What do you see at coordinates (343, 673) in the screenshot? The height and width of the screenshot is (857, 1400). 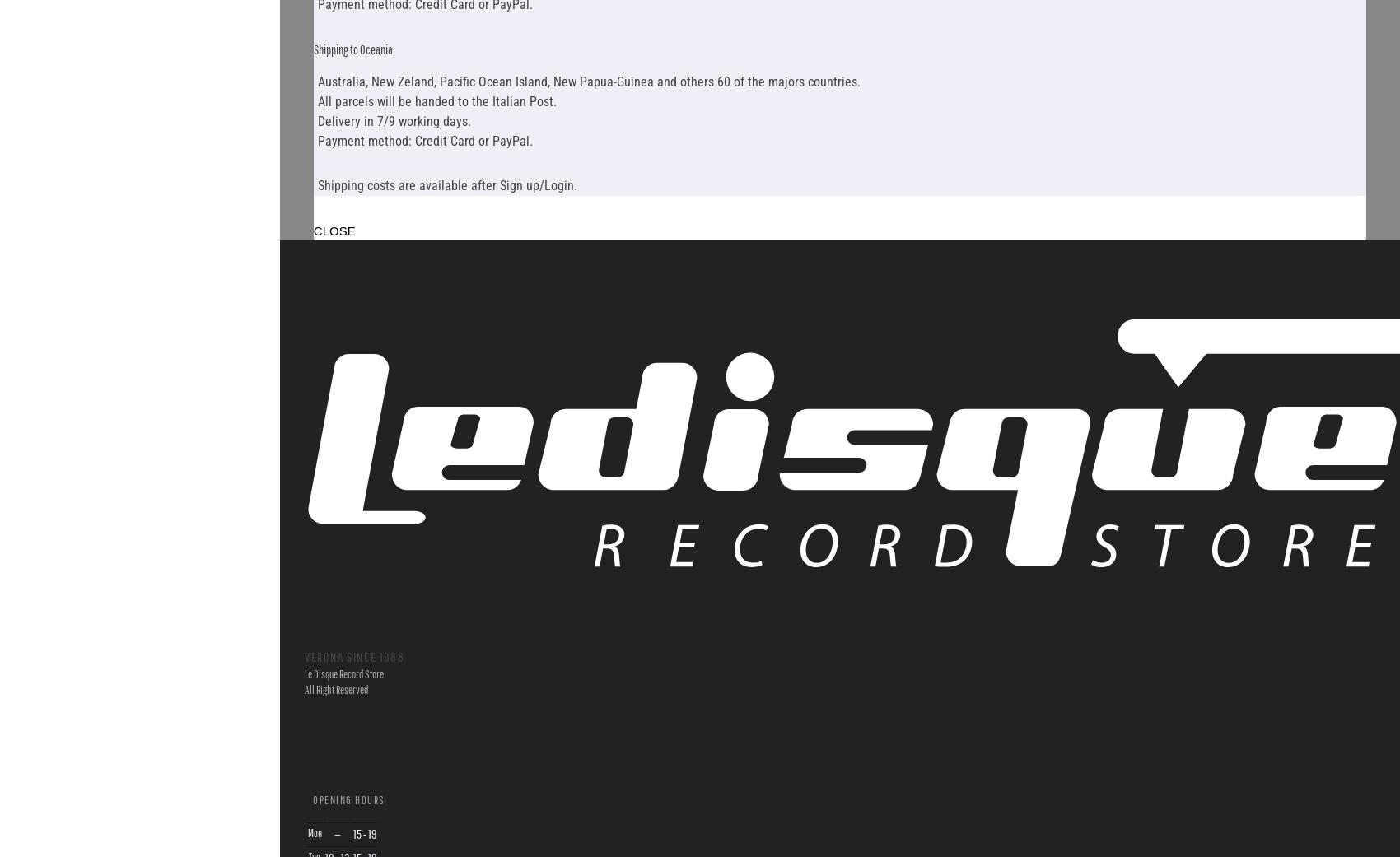 I see `'Le Disque Record Store'` at bounding box center [343, 673].